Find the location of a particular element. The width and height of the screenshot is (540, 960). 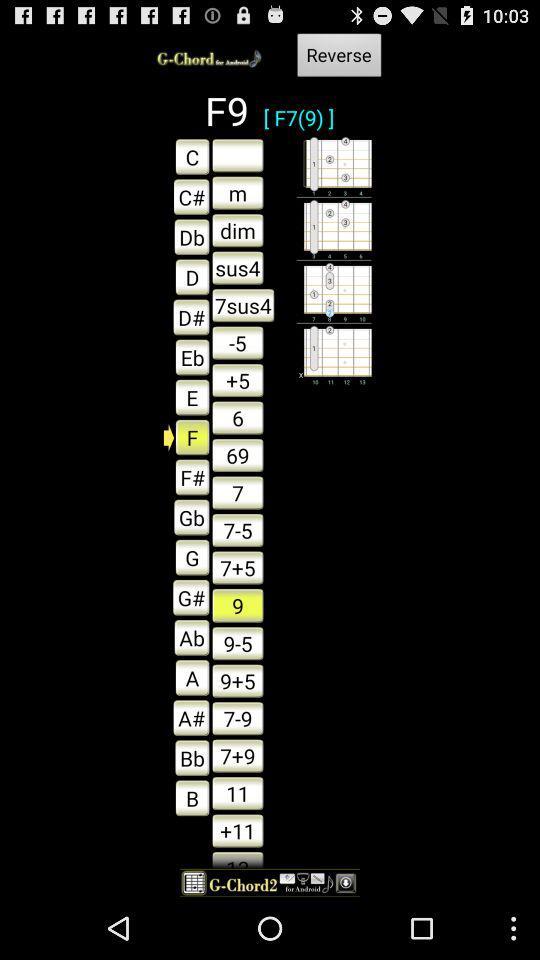

the text c is located at coordinates (185, 196).